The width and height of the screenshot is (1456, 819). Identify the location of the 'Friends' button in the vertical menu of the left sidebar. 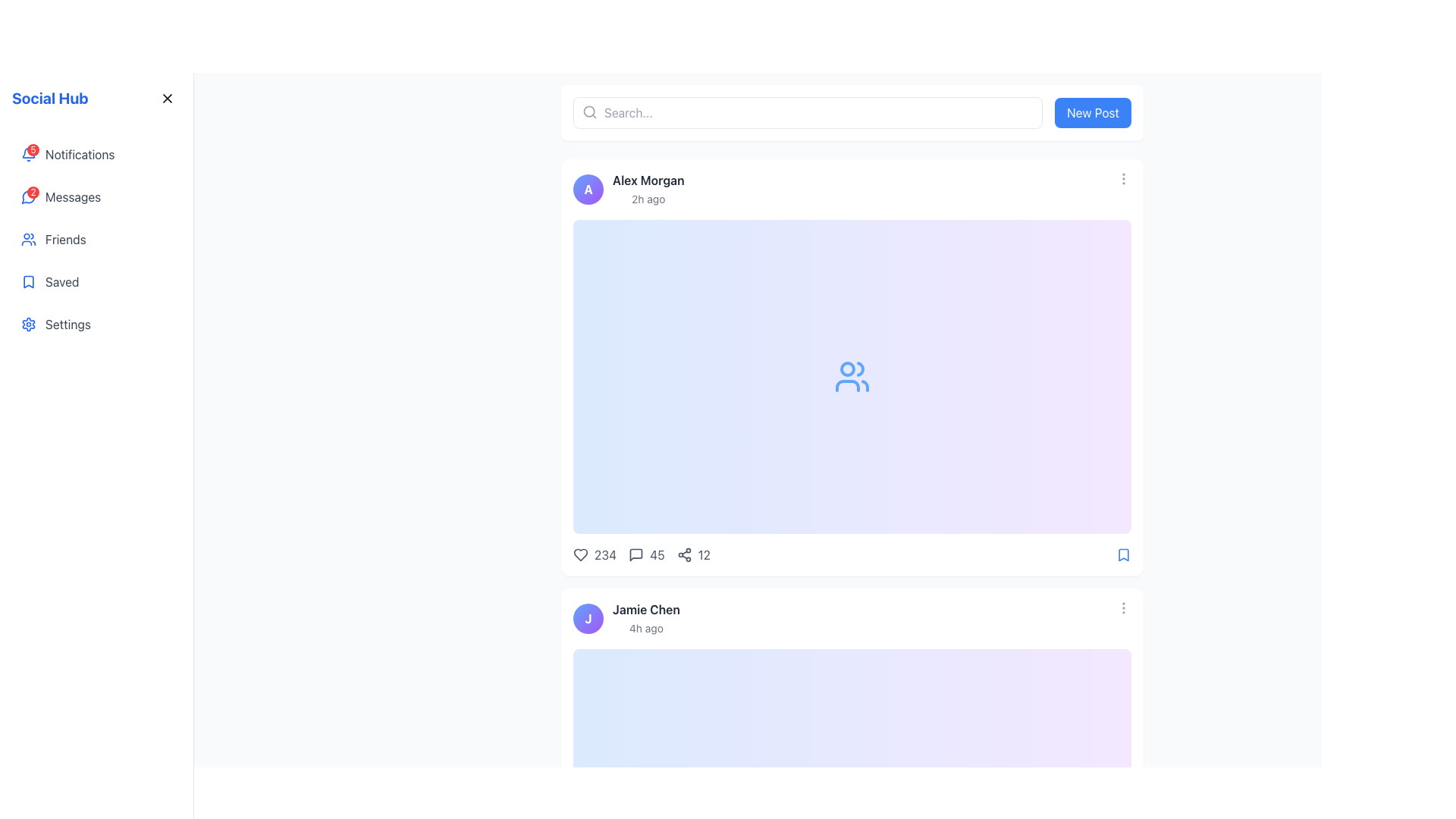
(96, 239).